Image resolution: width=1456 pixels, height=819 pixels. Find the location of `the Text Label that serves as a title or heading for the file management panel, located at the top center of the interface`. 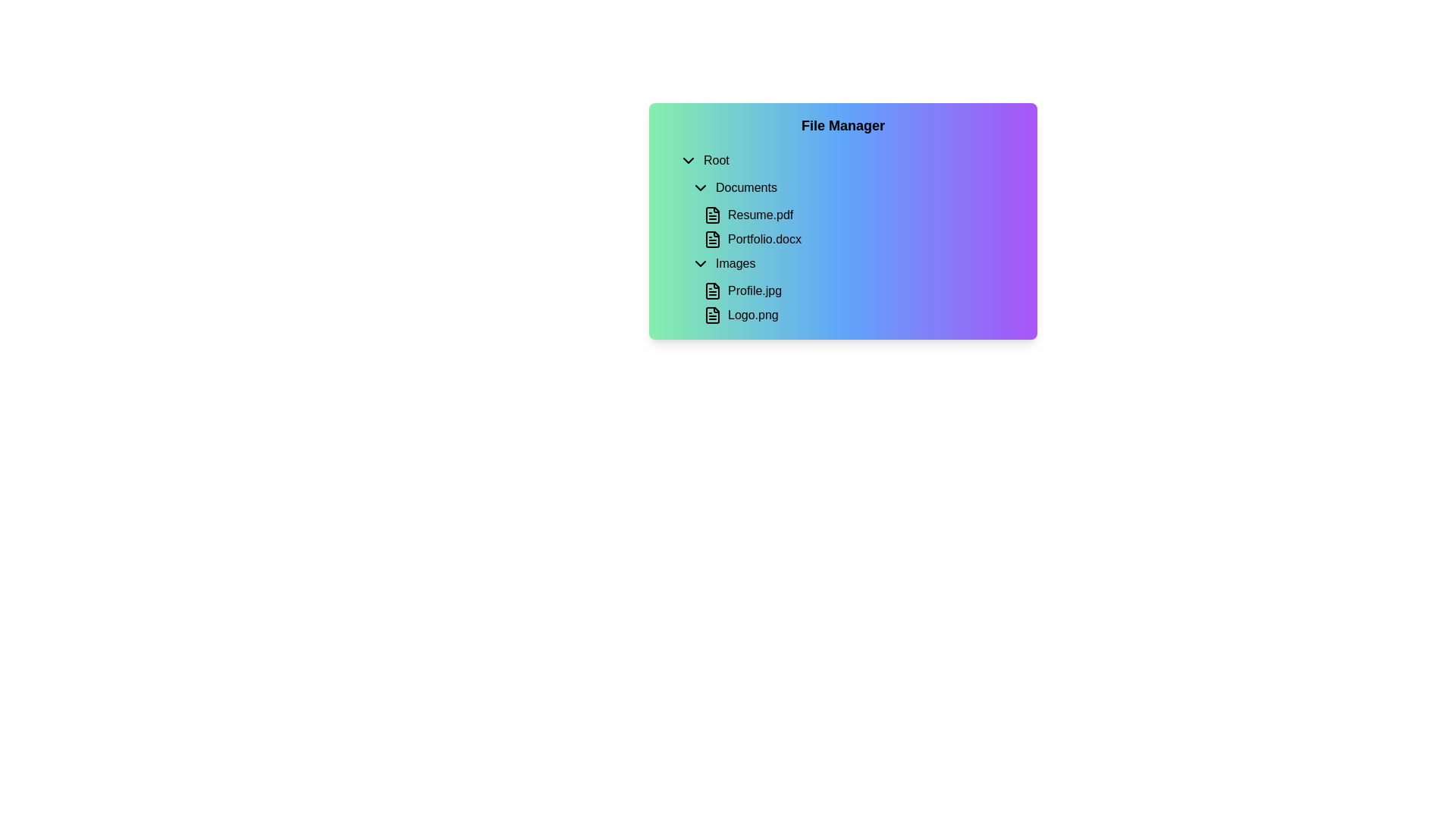

the Text Label that serves as a title or heading for the file management panel, located at the top center of the interface is located at coordinates (843, 124).